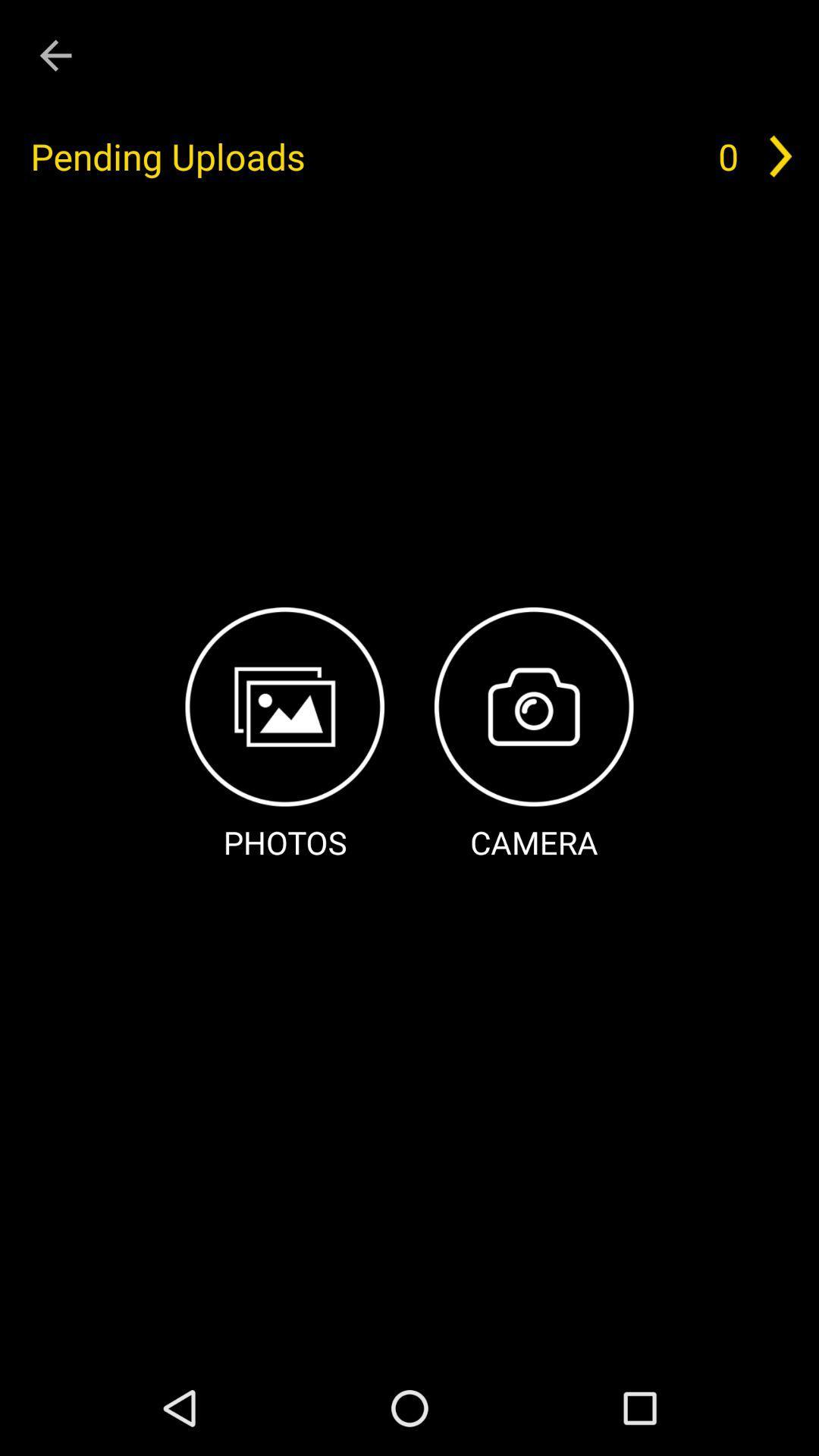  I want to click on 0 icon, so click(727, 156).